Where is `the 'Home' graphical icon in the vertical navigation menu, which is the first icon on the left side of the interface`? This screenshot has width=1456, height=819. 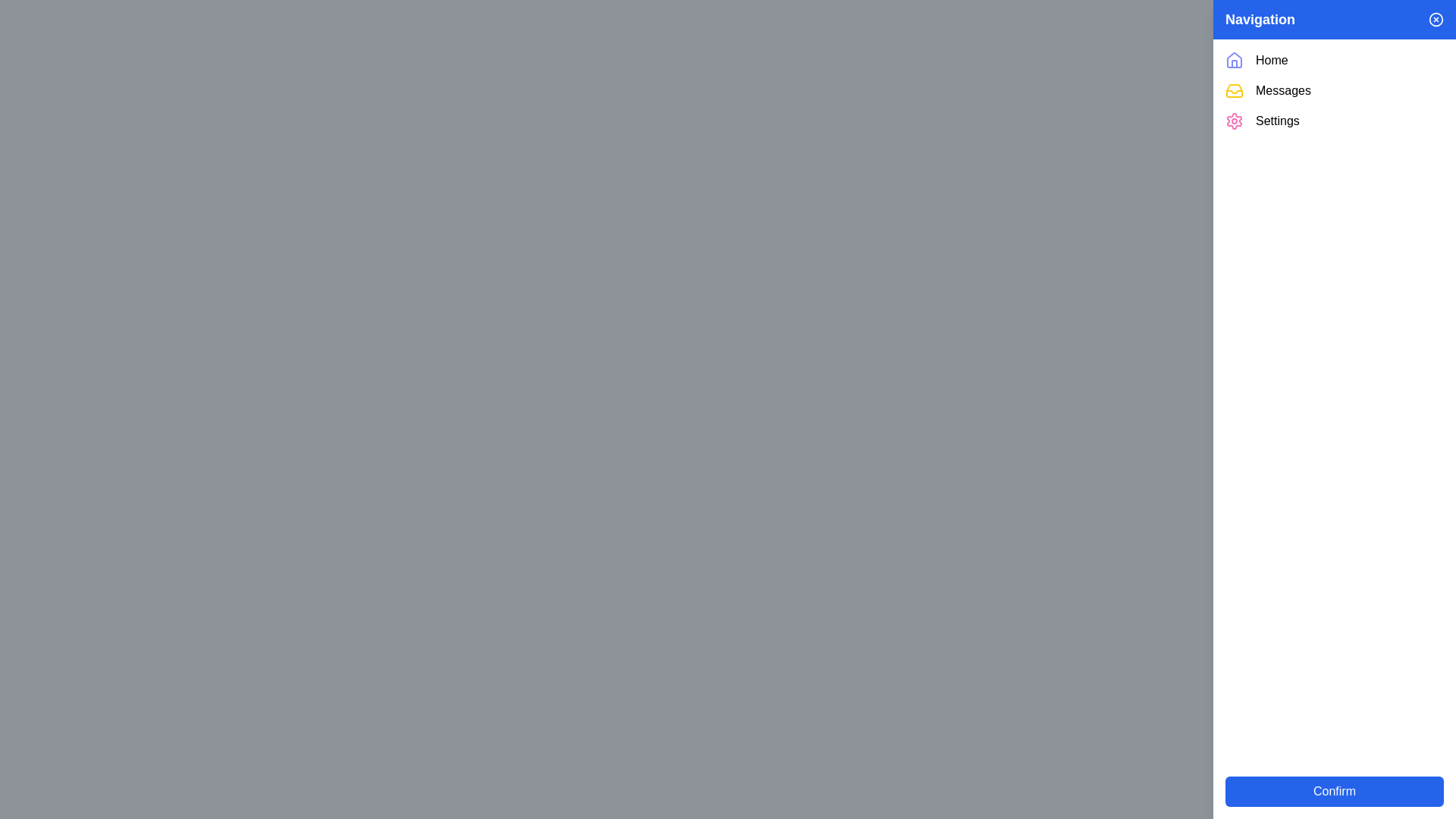
the 'Home' graphical icon in the vertical navigation menu, which is the first icon on the left side of the interface is located at coordinates (1234, 60).